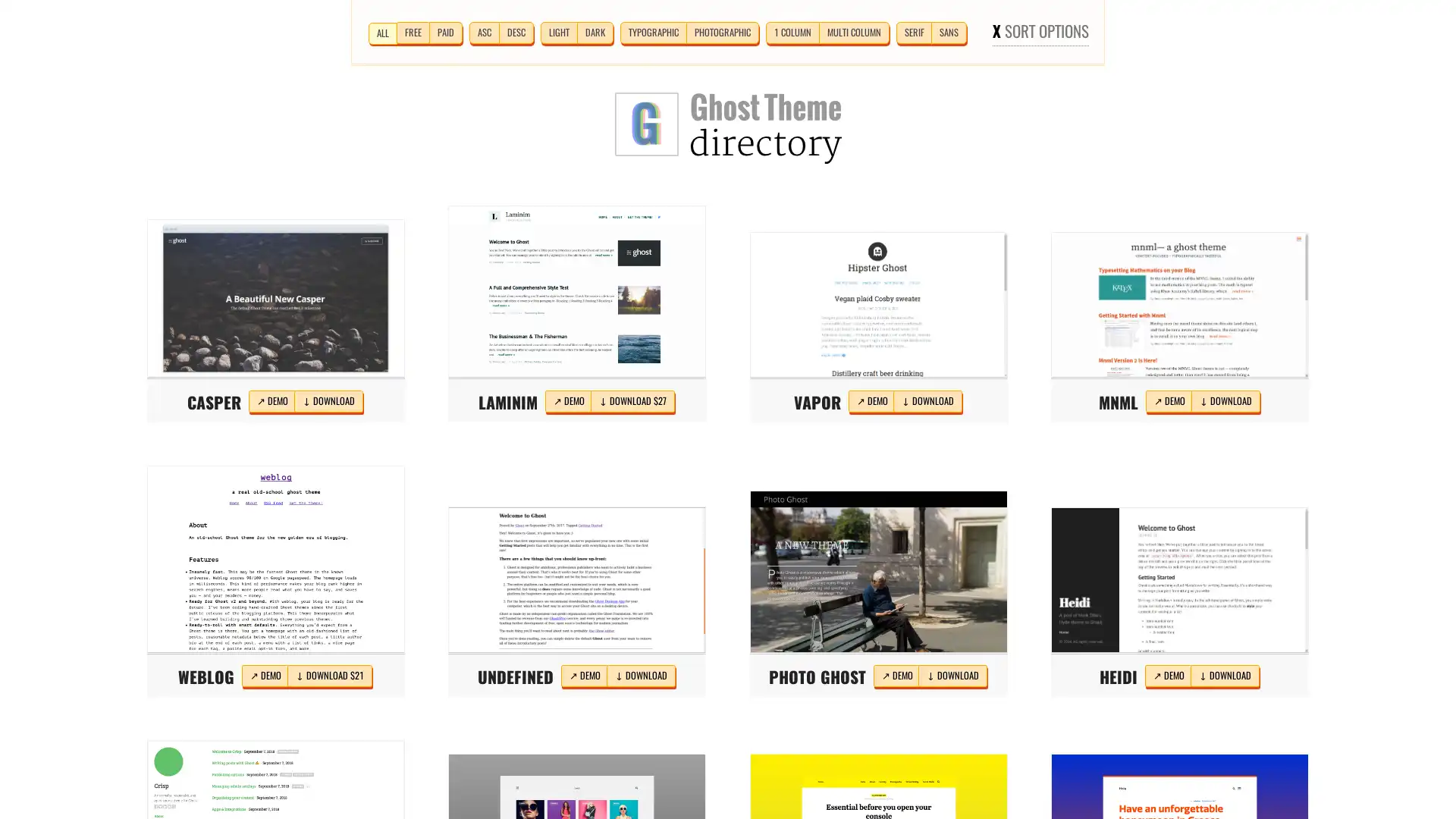 This screenshot has width=1456, height=819. I want to click on FREE, so click(412, 32).